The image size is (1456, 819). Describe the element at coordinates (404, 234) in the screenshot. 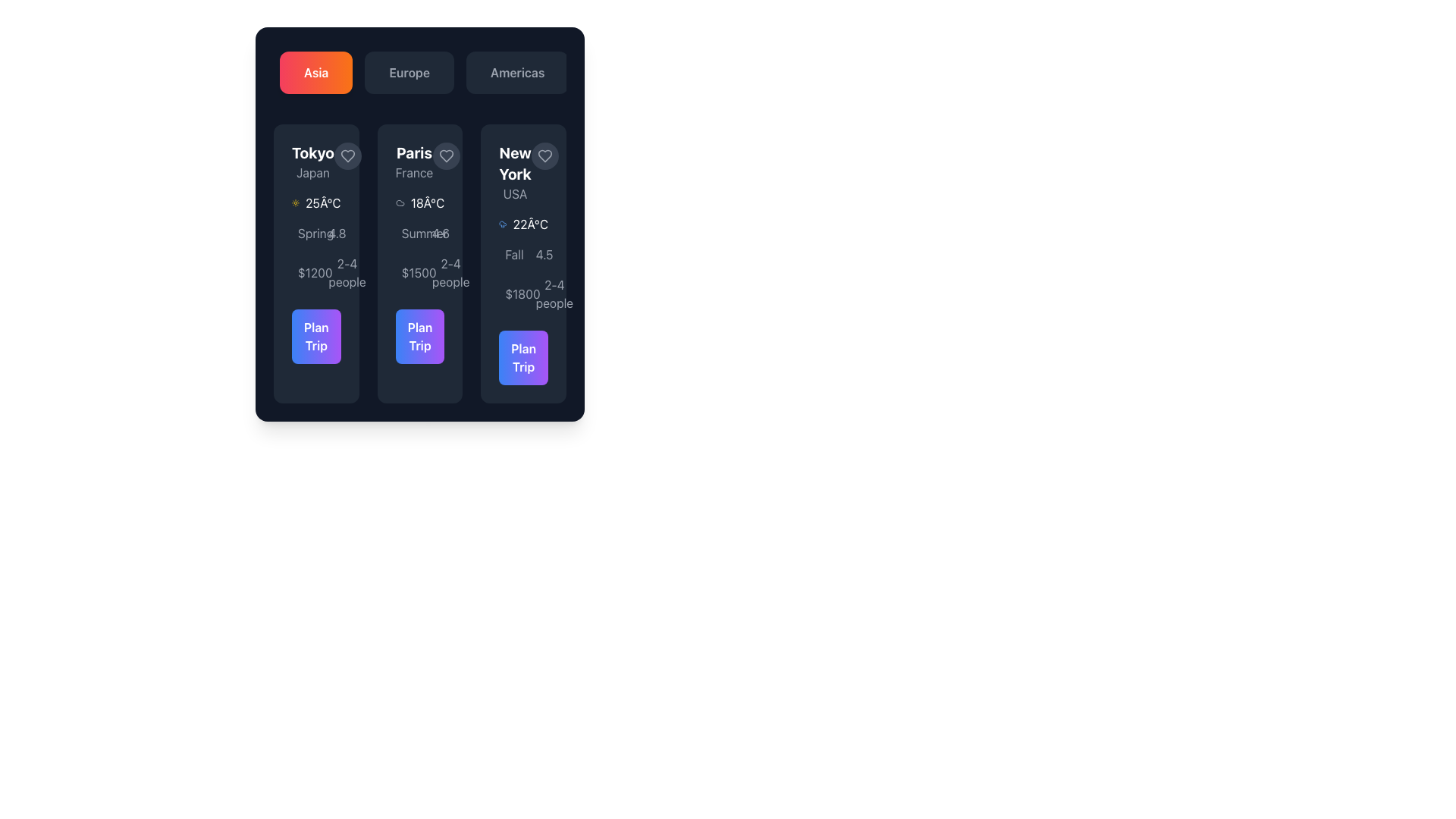

I see `the Label with Icon that indicates the season associated with the related destination, located in the second card of the grid layout, between the temperature and rating value` at that location.